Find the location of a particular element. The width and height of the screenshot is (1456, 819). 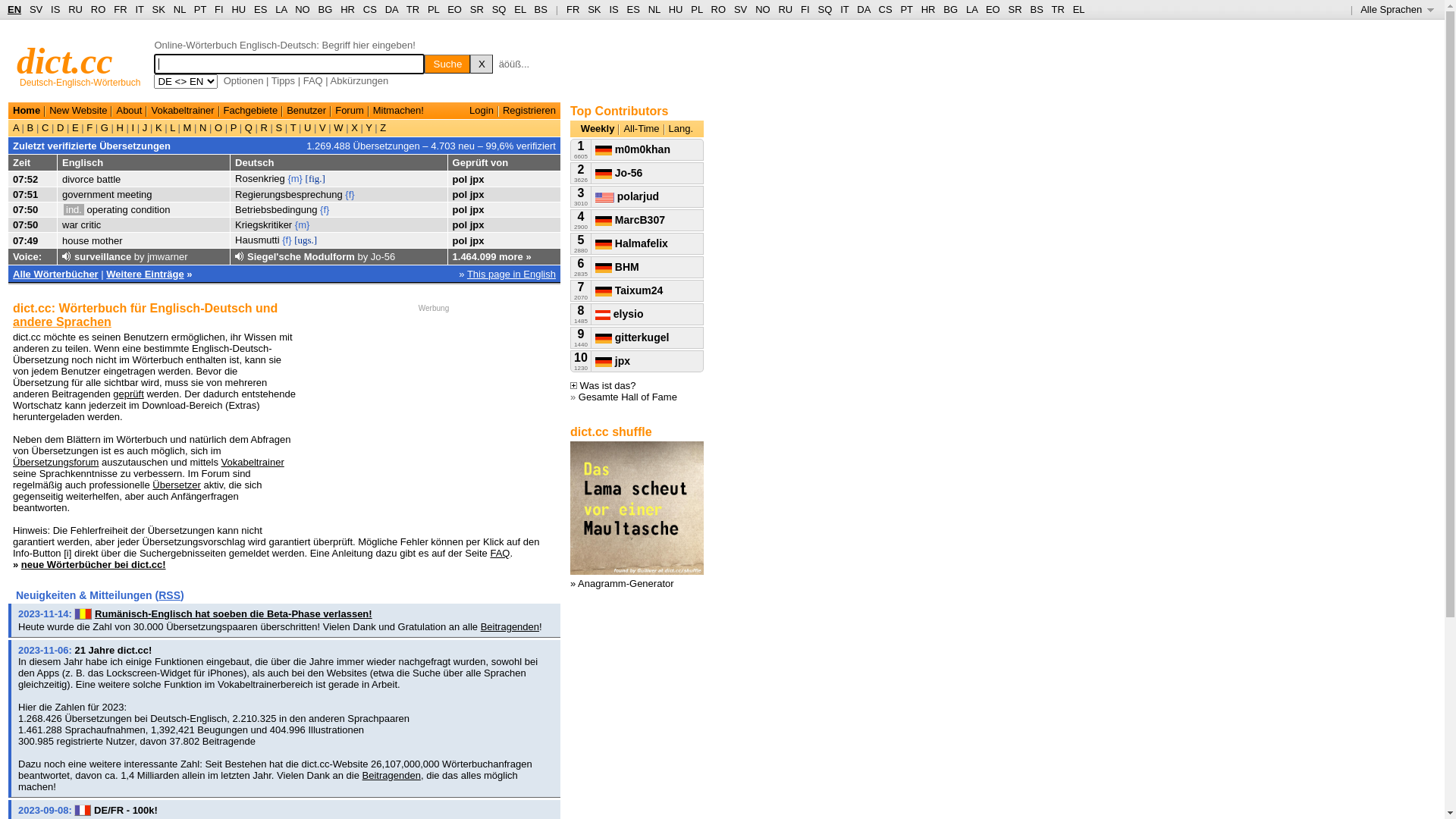

'PL' is located at coordinates (690, 9).